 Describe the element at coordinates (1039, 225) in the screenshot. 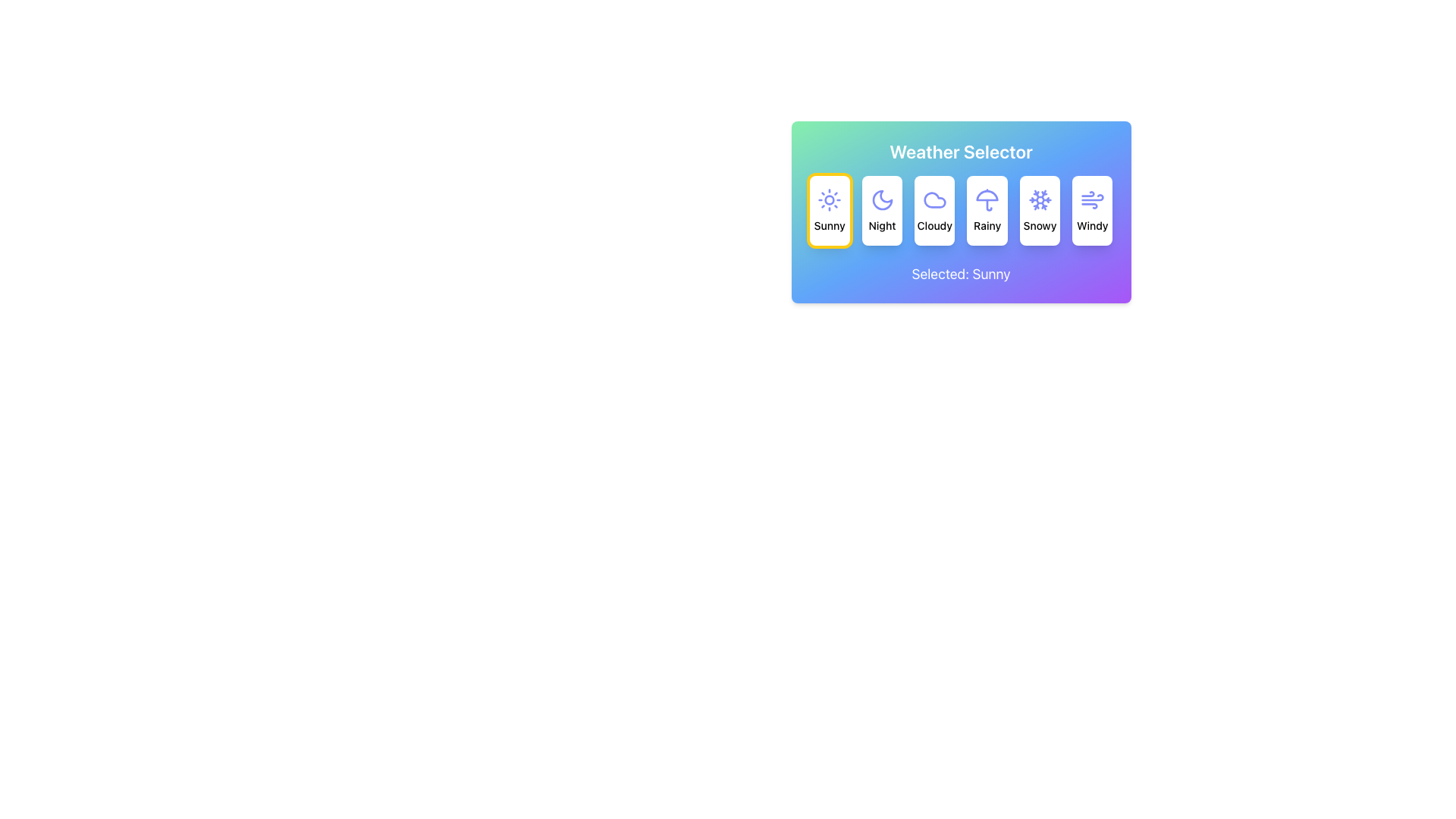

I see `the text label displaying 'Snowy', which is styled with a medium-sized font and located within the sixth card of weather options between 'Rainy' and 'Windy'` at that location.